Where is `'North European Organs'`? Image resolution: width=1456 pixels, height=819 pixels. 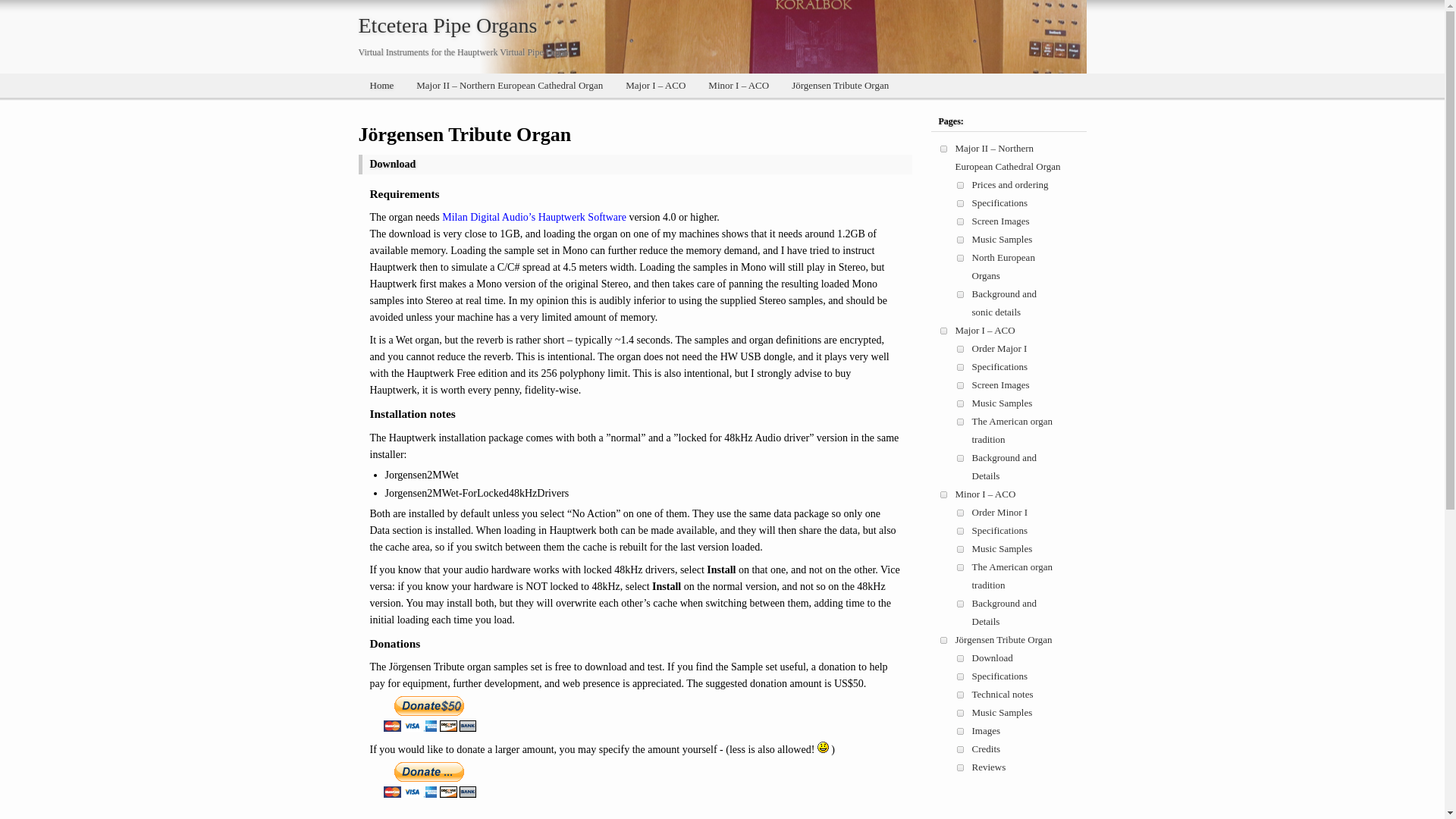 'North European Organs' is located at coordinates (1003, 265).